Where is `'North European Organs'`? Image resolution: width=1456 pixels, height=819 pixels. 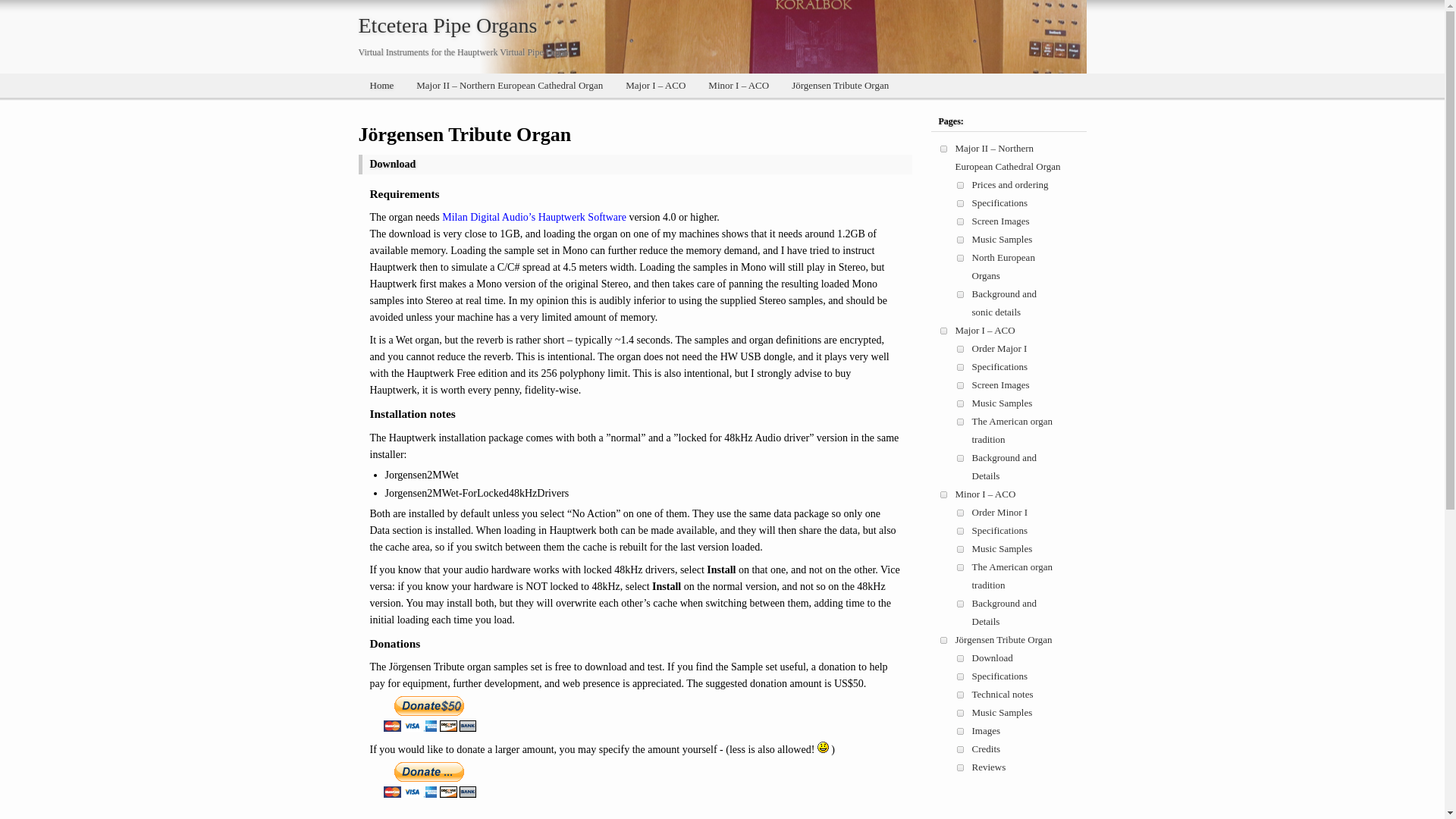 'North European Organs' is located at coordinates (1003, 265).